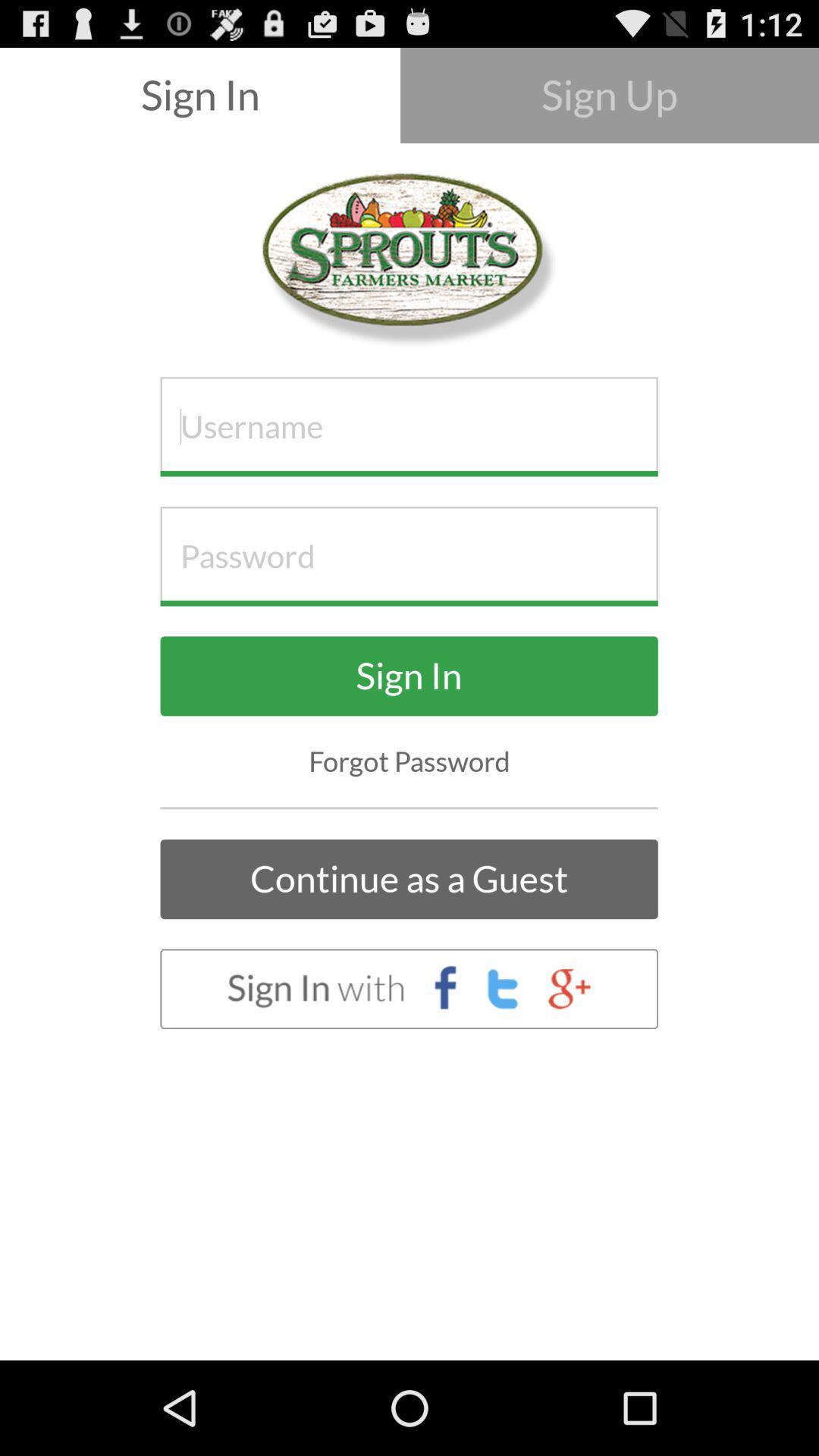 This screenshot has width=819, height=1456. Describe the element at coordinates (409, 761) in the screenshot. I see `forgot password app` at that location.